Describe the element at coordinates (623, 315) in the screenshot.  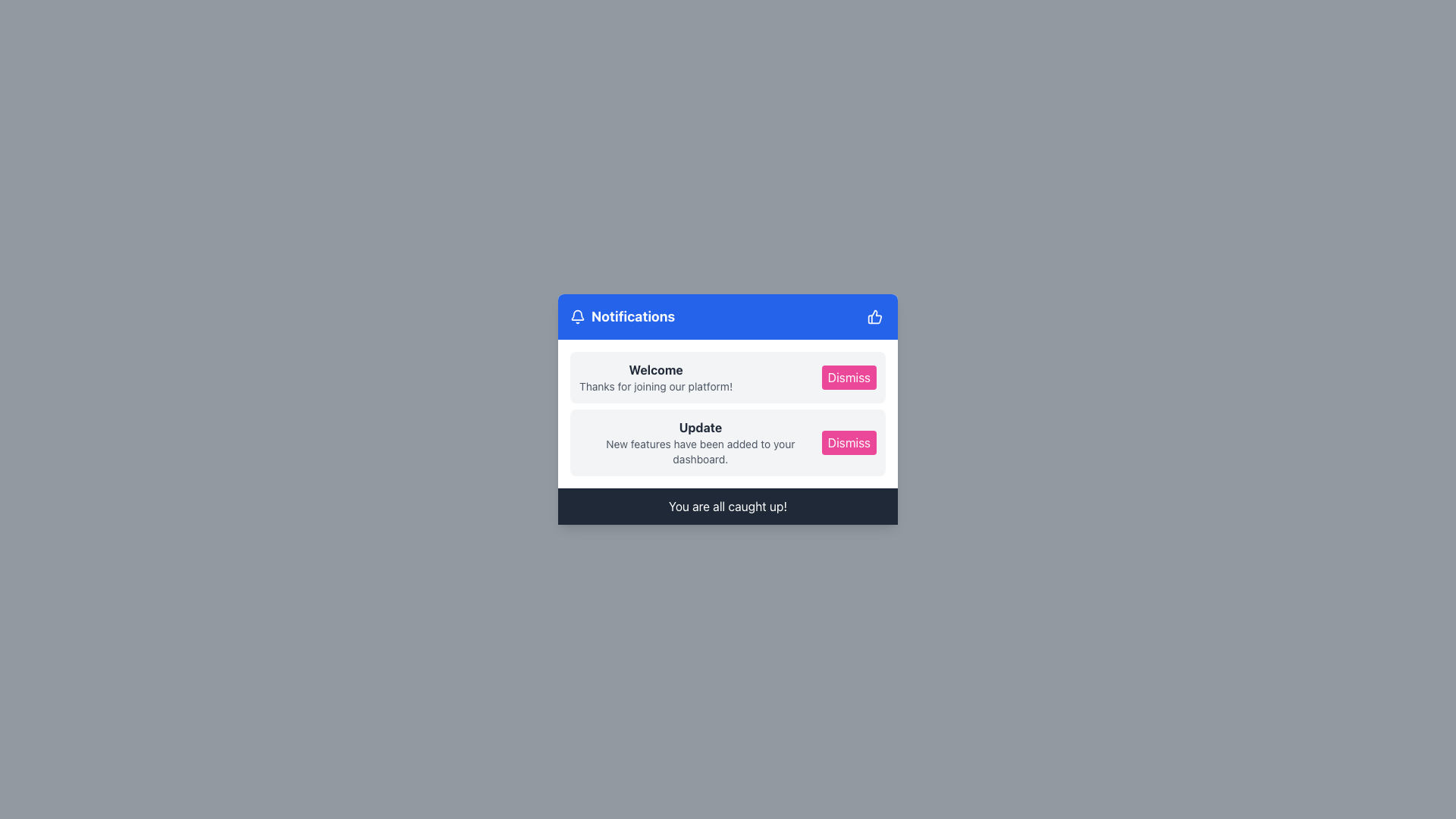
I see `the 'Notifications' text label with the accompanying bell icon, which is located in the upper-left section of the blue notification card` at that location.